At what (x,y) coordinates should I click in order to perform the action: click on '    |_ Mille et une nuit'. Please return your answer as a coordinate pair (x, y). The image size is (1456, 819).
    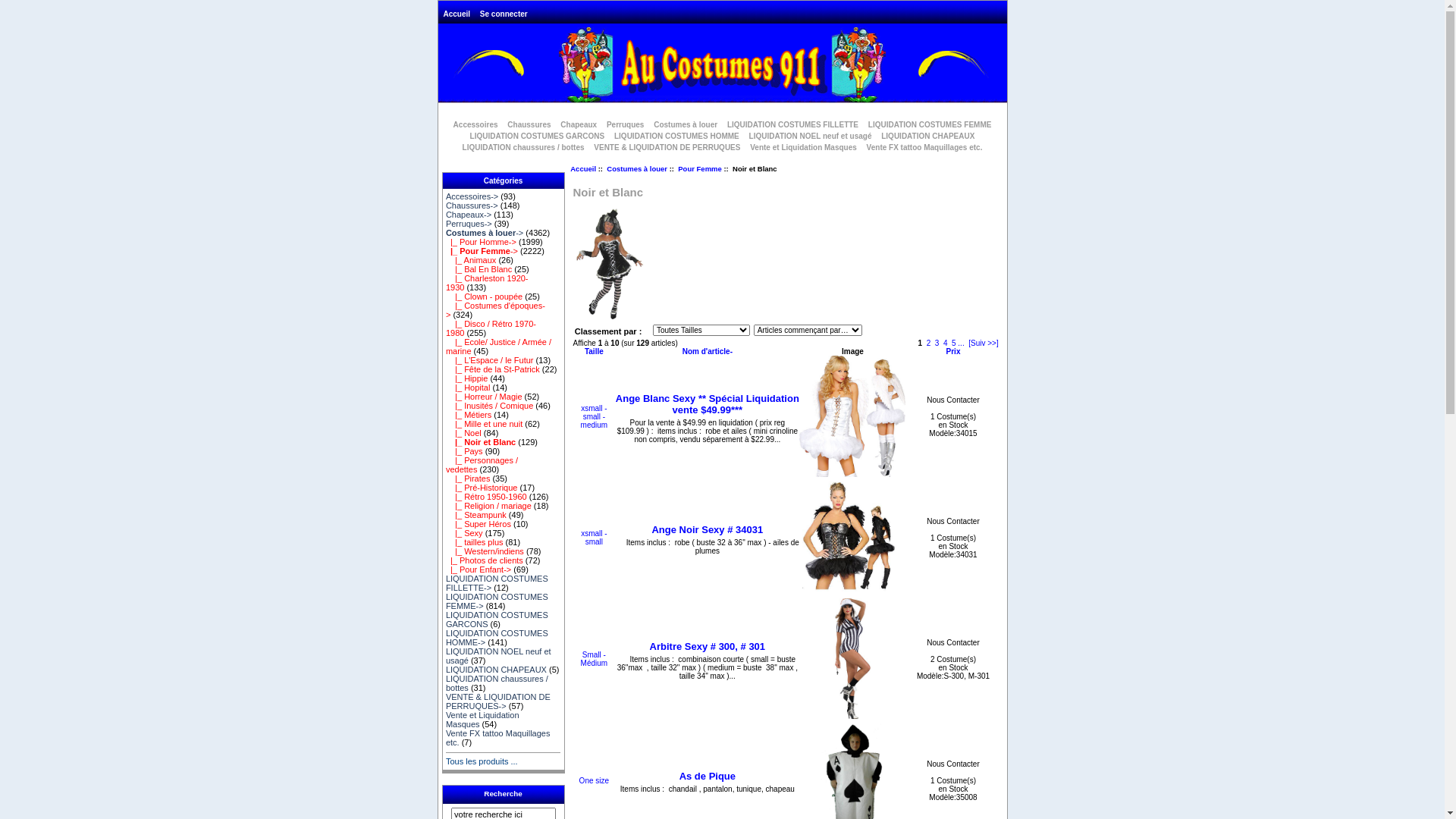
    Looking at the image, I should click on (483, 424).